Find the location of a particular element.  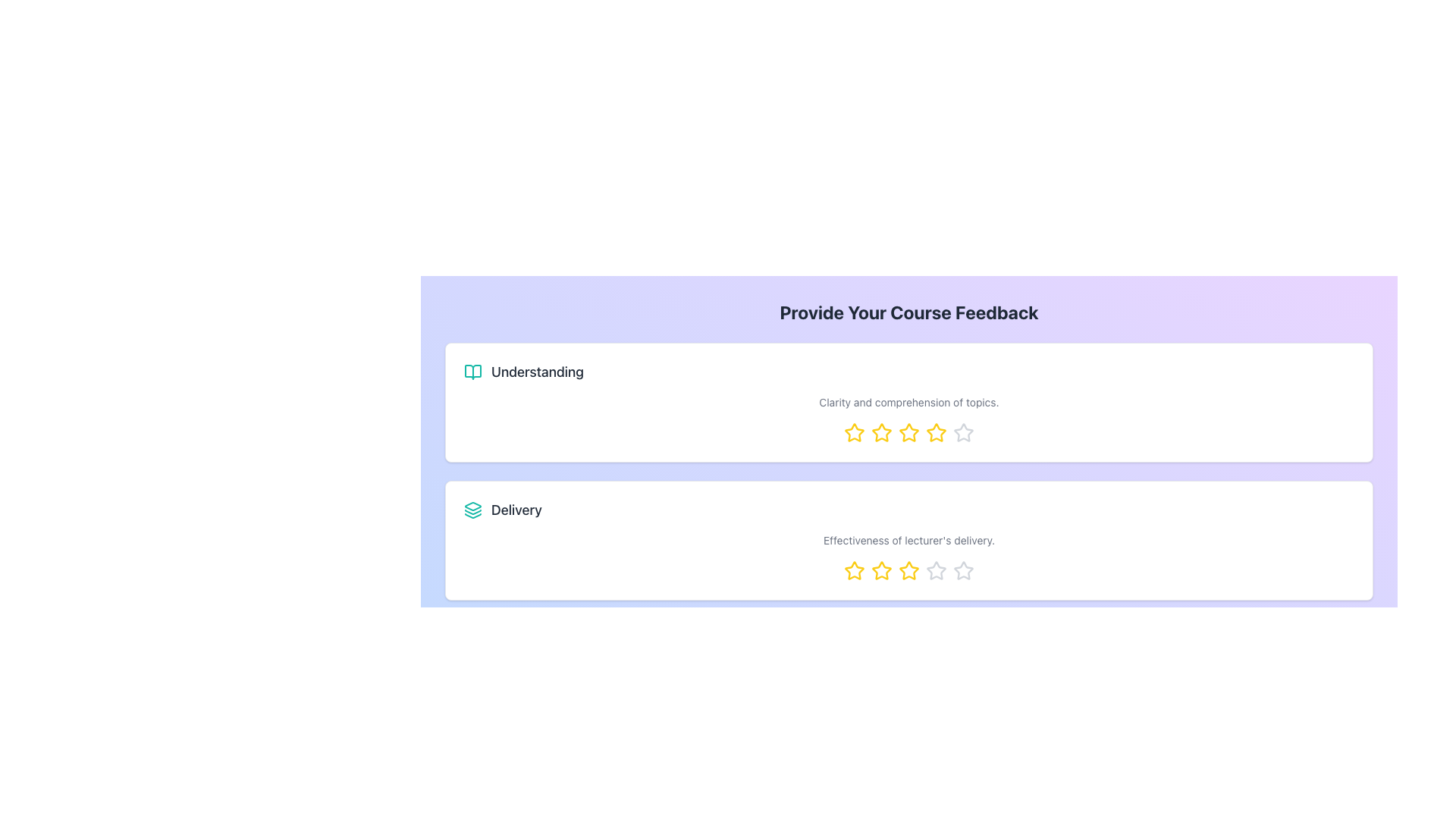

the third yellow star button is located at coordinates (881, 432).